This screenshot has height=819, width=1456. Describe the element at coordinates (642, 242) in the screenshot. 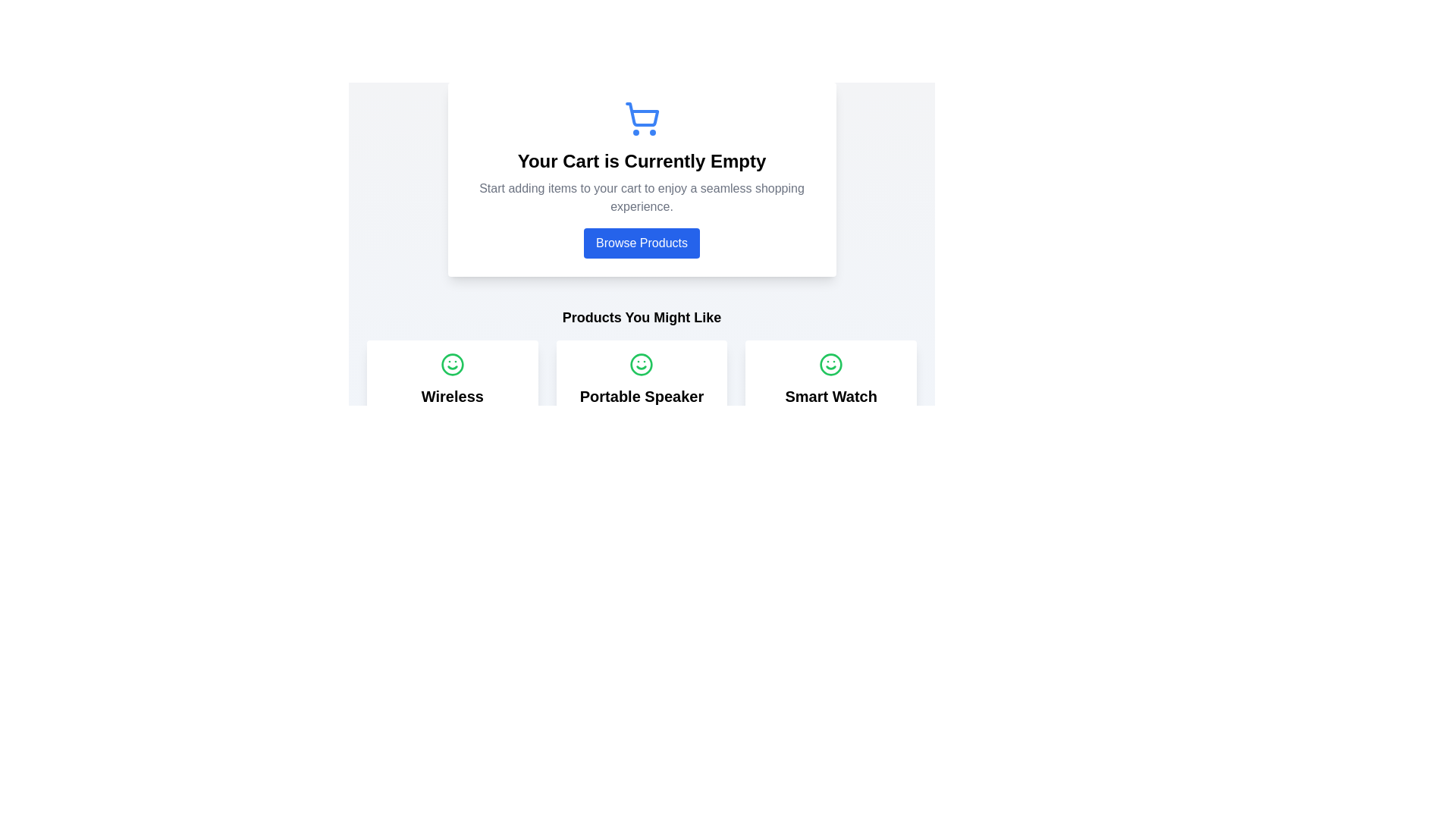

I see `the button located at the bottom of the centered white card that contains a shopping cart illustration and the text 'Your Cart is Currently Empty'` at that location.